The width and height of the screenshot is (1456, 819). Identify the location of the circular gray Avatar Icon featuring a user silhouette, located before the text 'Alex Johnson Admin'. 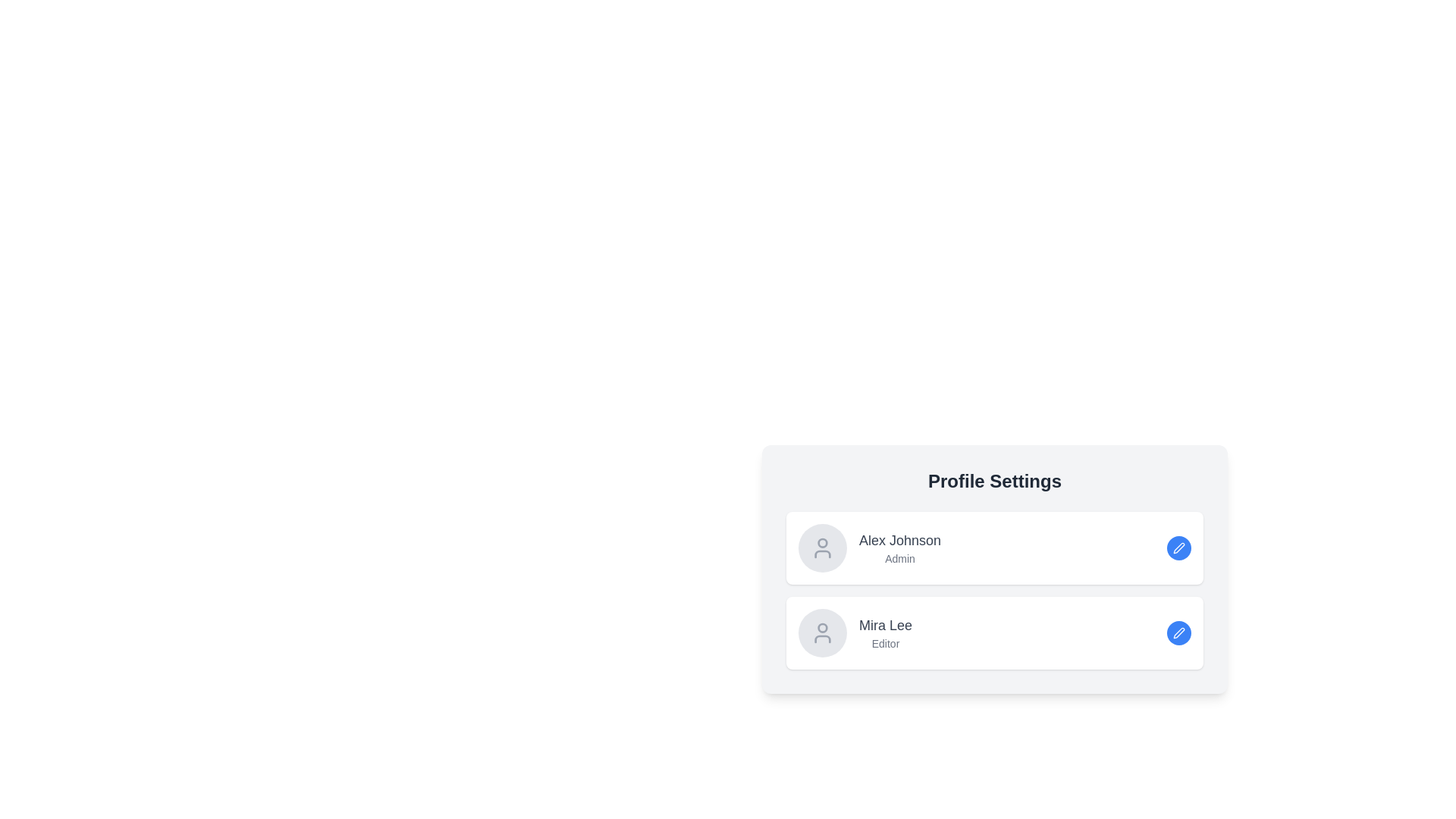
(821, 548).